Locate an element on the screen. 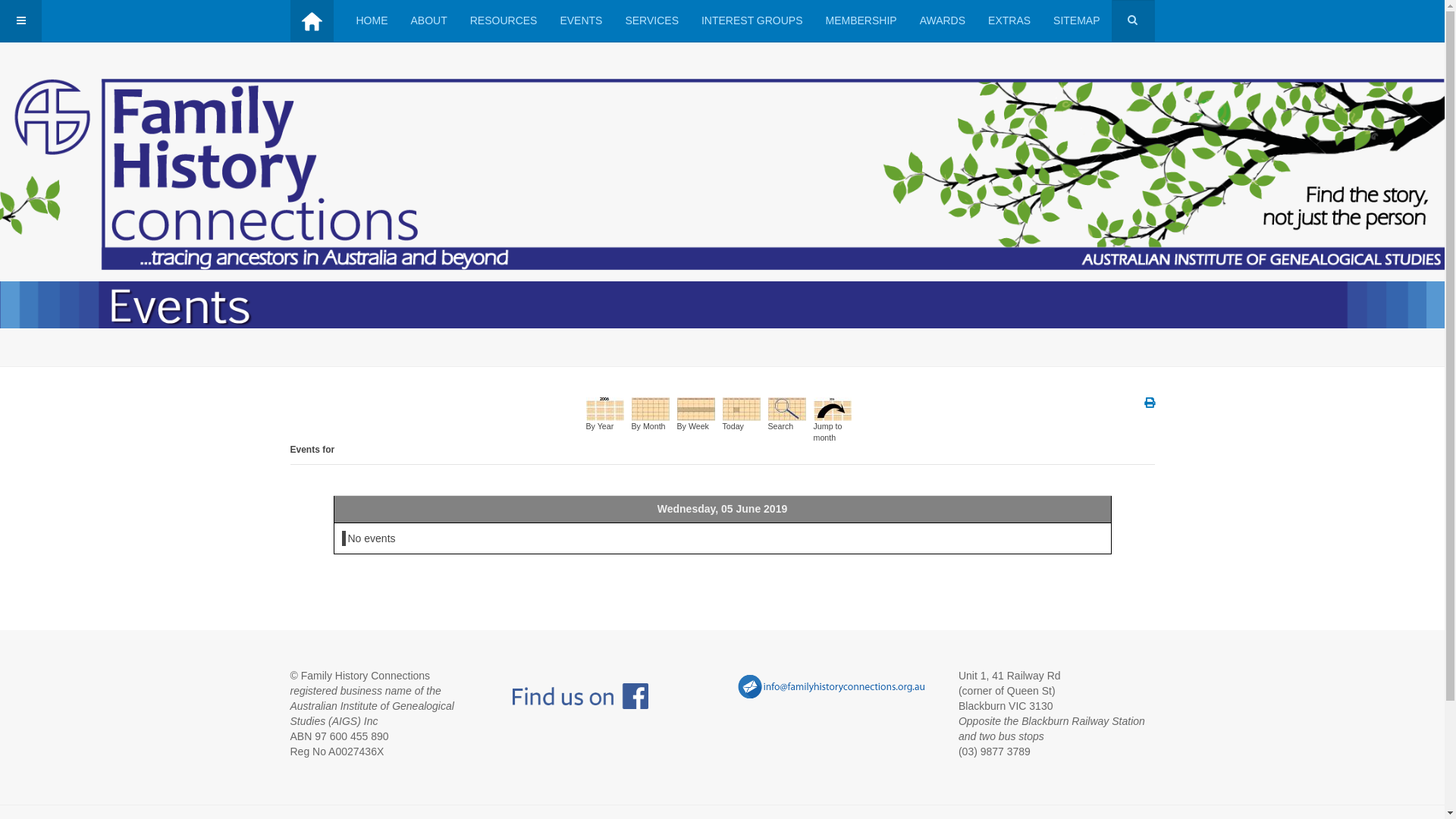 The image size is (1456, 819). 'Today' is located at coordinates (720, 406).